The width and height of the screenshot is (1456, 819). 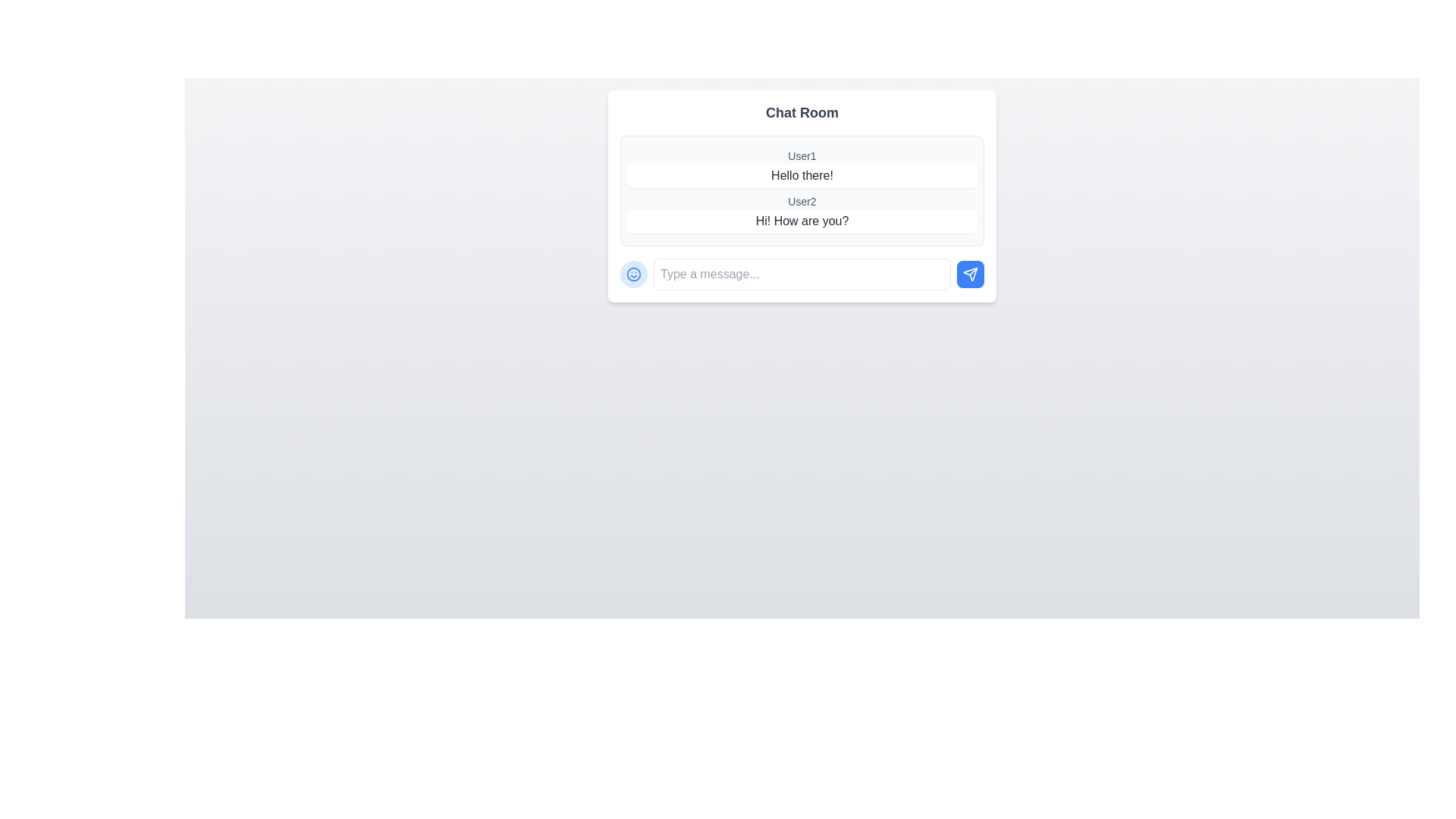 I want to click on the Chat input area located at the bottom of the chat window, so click(x=801, y=275).